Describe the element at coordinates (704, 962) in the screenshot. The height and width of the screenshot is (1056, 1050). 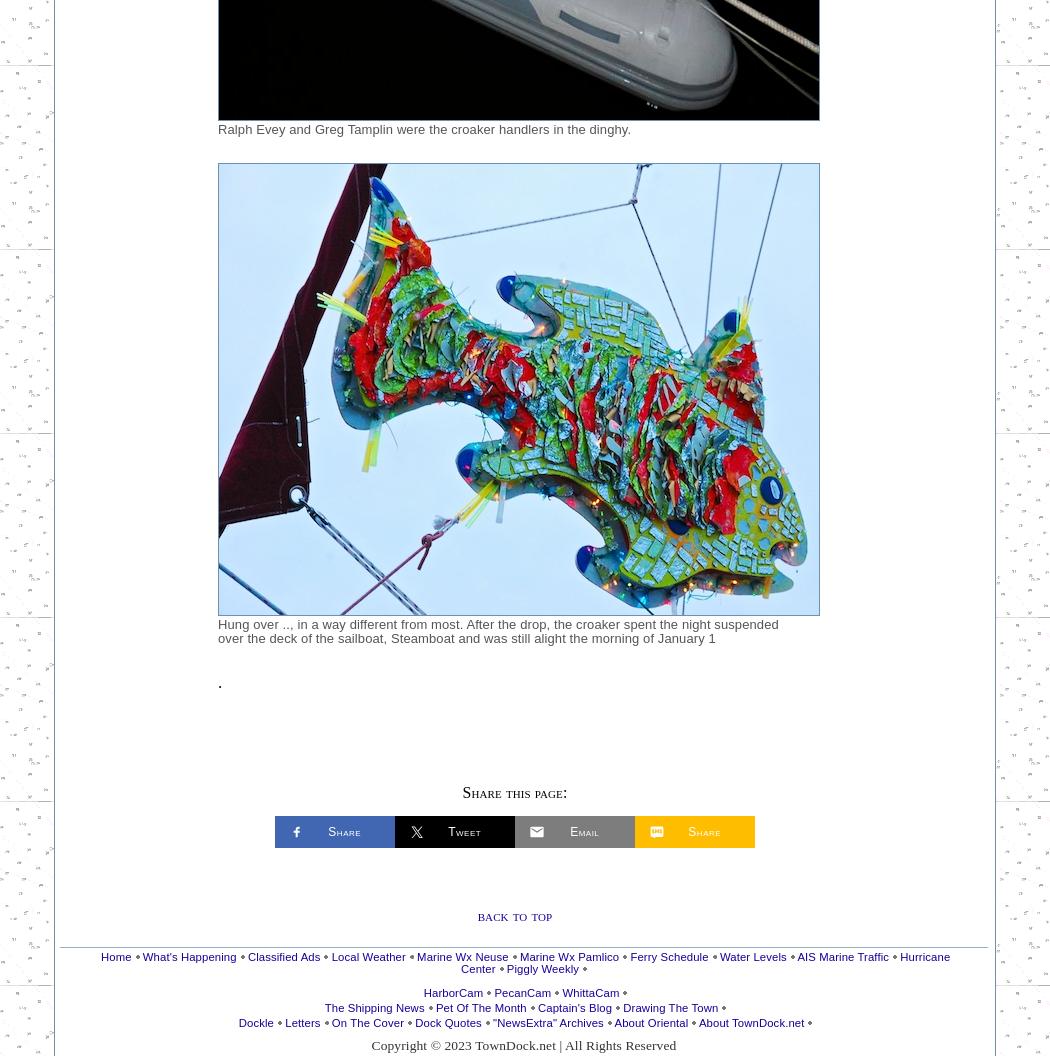
I see `'Hurricane Center'` at that location.